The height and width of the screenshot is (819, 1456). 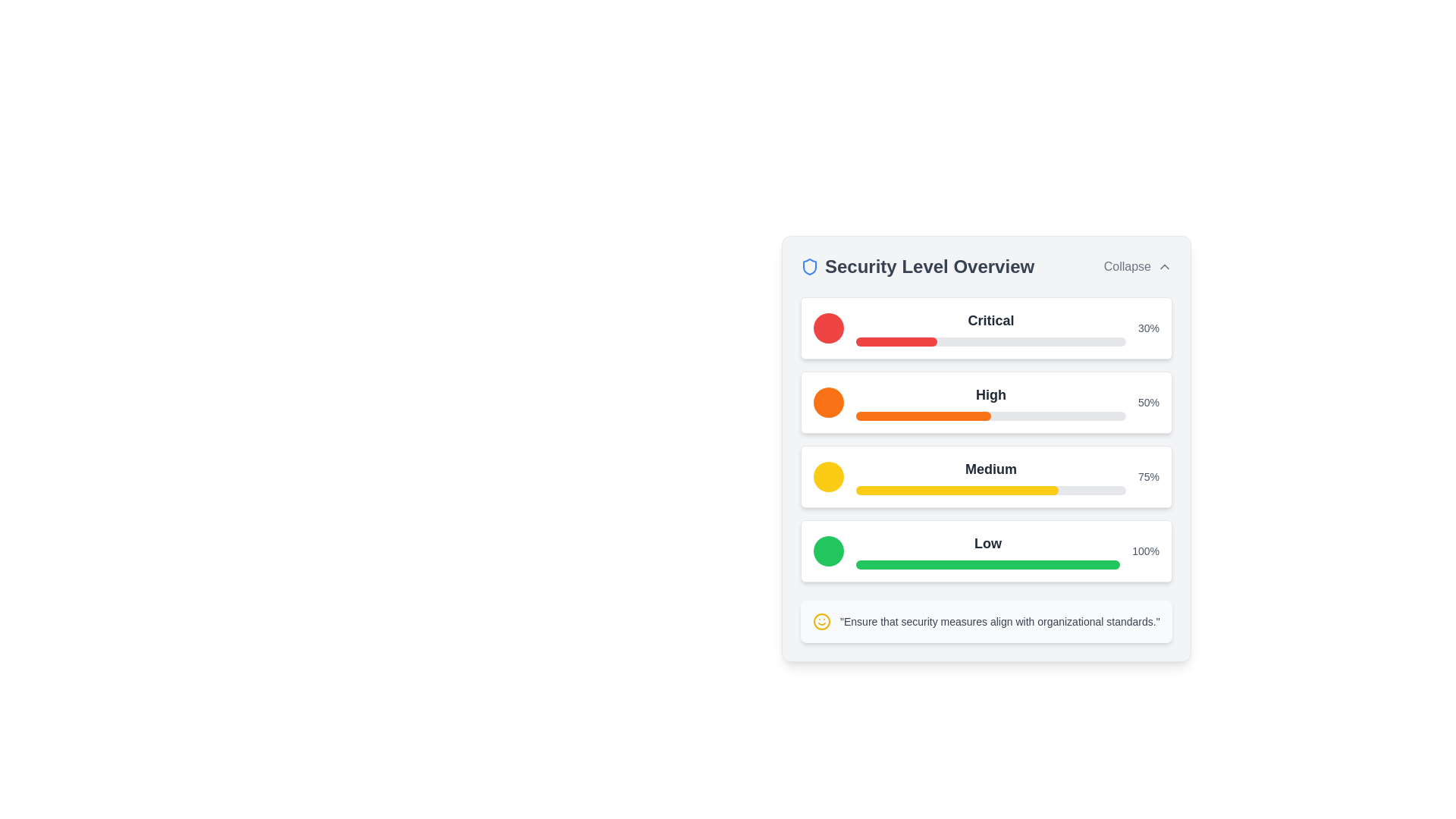 What do you see at coordinates (986, 402) in the screenshot?
I see `the visual data of the Progress bar indicating 'High 50%', which is the second in a vertical stack of status indicators` at bounding box center [986, 402].